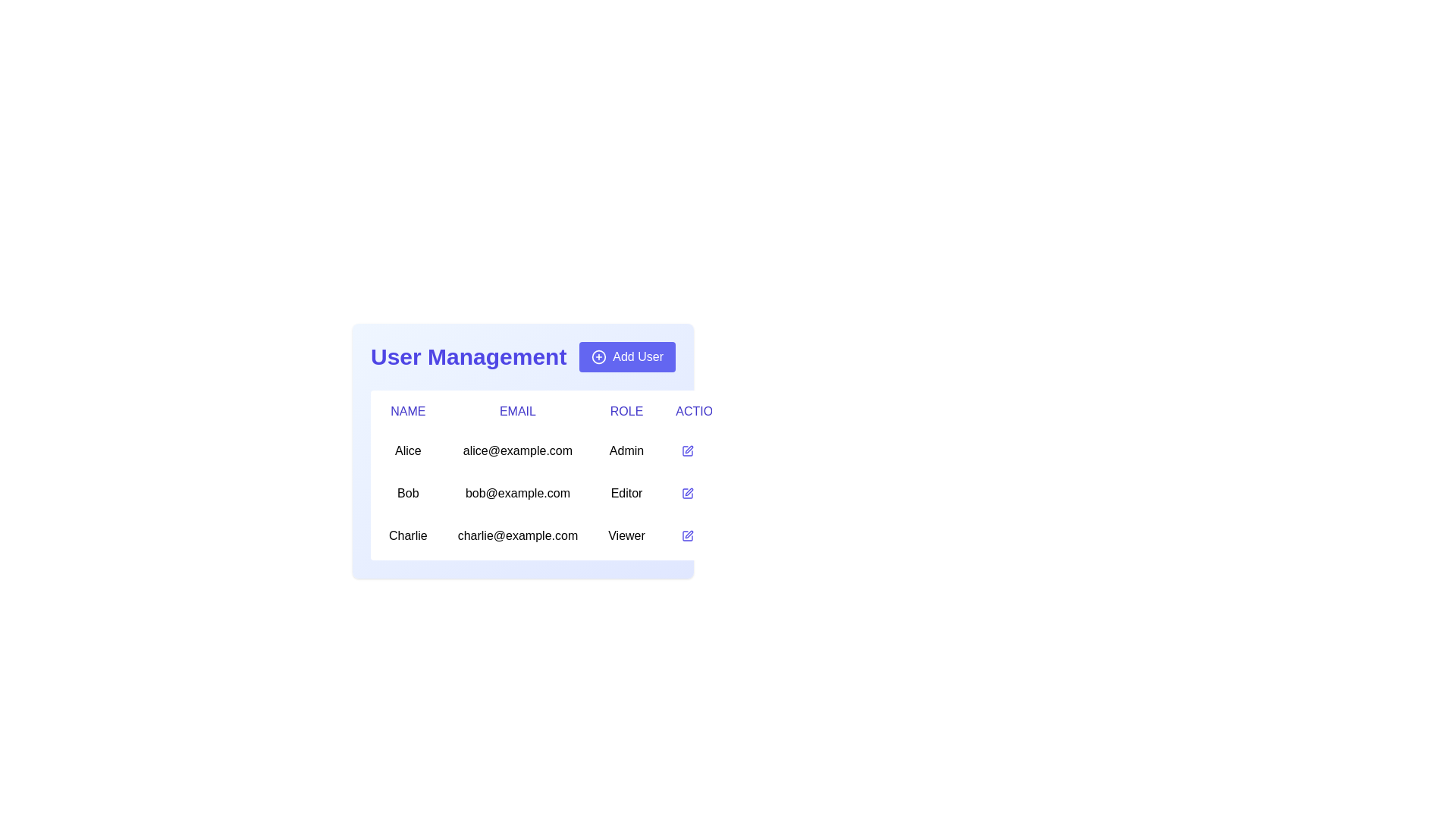 The width and height of the screenshot is (1456, 819). Describe the element at coordinates (598, 356) in the screenshot. I see `the circular blue icon with a plus sign, which is part of the 'Add User' button located in the top-right corner of the 'User Management' widget` at that location.